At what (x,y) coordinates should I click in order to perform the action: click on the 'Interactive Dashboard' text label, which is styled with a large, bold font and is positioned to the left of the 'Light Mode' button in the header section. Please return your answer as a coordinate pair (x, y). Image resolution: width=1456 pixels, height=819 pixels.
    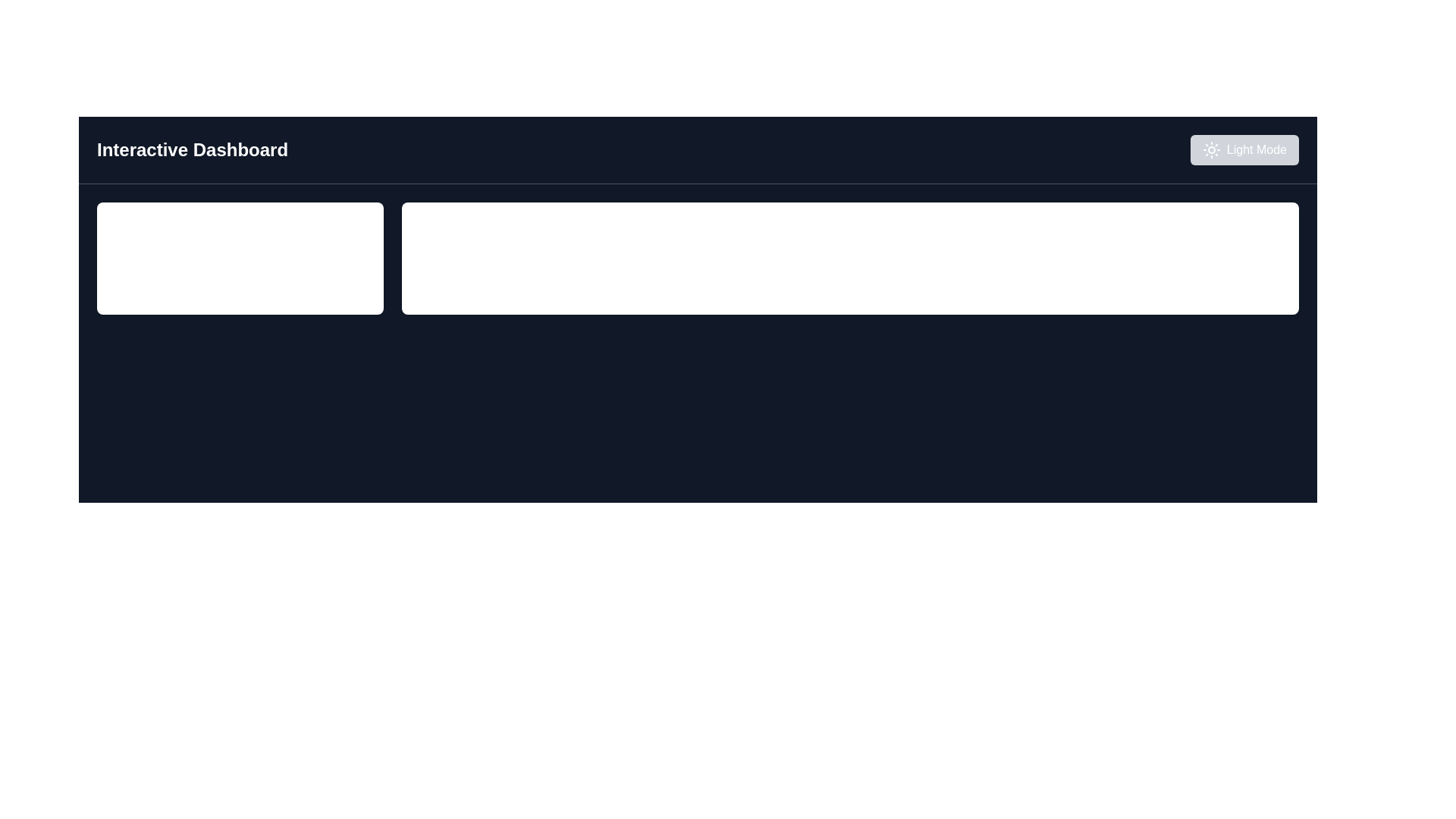
    Looking at the image, I should click on (192, 149).